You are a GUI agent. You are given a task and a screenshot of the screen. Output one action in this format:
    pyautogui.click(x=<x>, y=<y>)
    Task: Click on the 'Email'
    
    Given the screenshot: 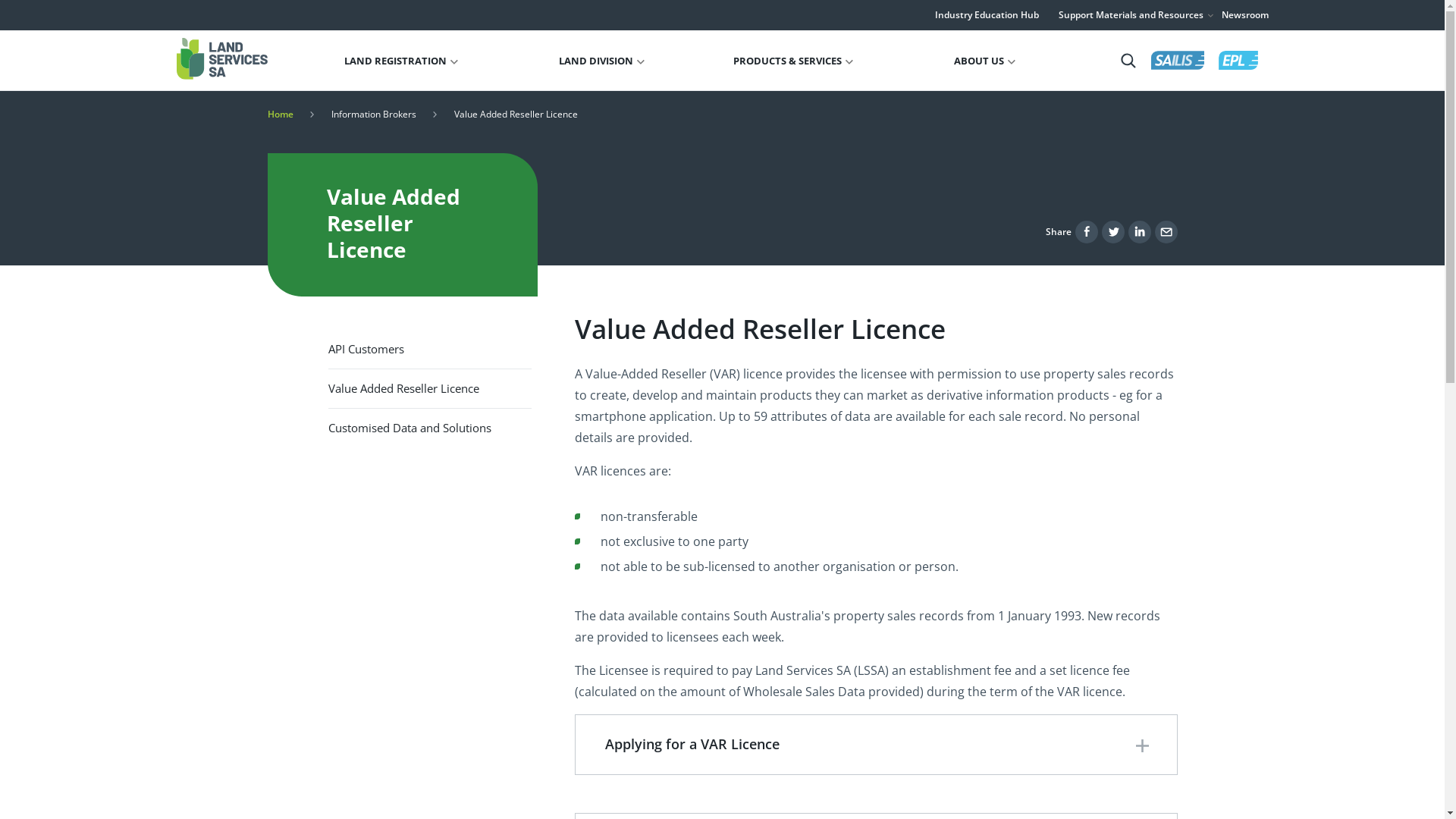 What is the action you would take?
    pyautogui.click(x=1164, y=231)
    